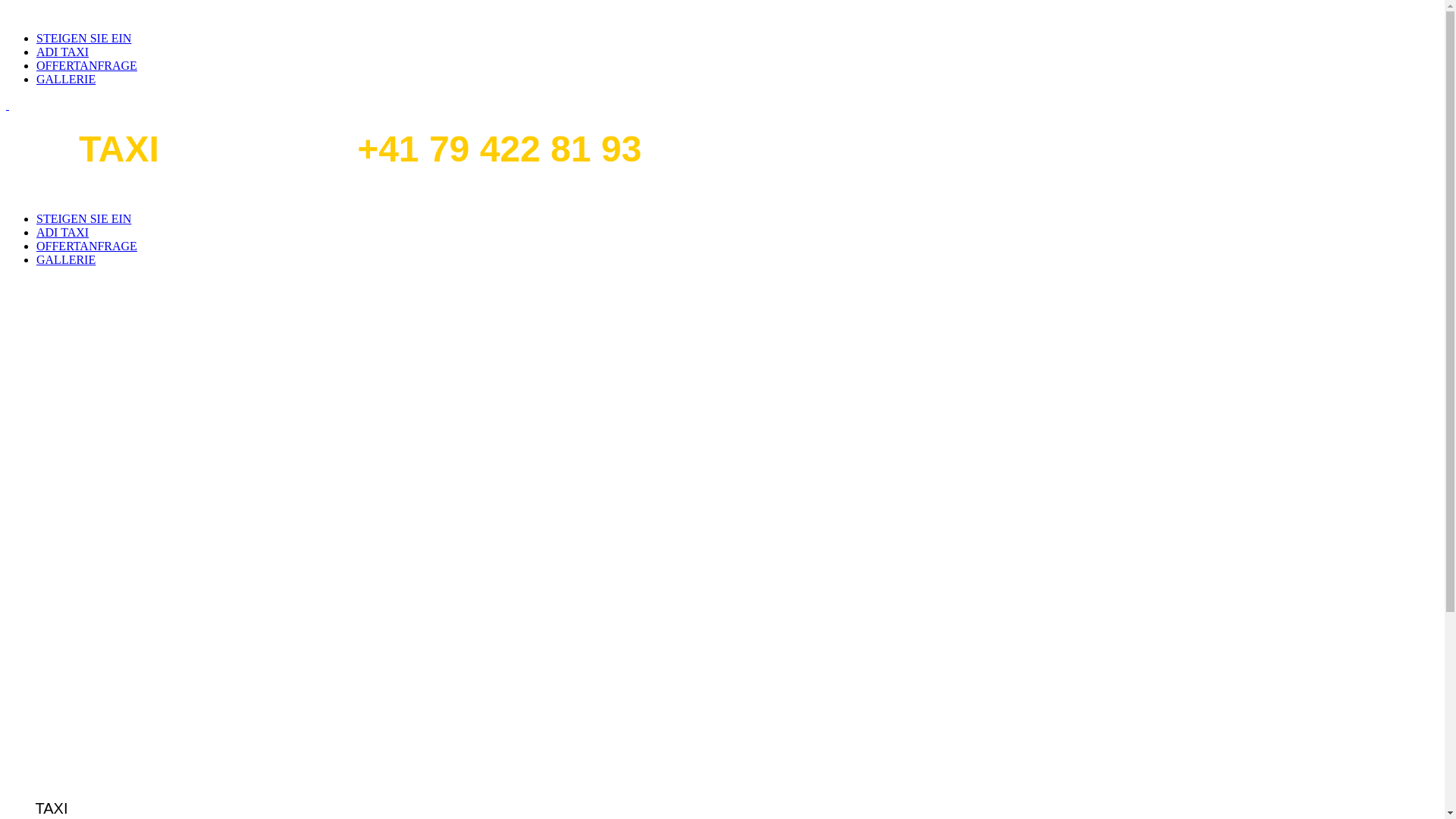 This screenshot has width=1456, height=819. Describe the element at coordinates (61, 232) in the screenshot. I see `'ADI TAXI'` at that location.